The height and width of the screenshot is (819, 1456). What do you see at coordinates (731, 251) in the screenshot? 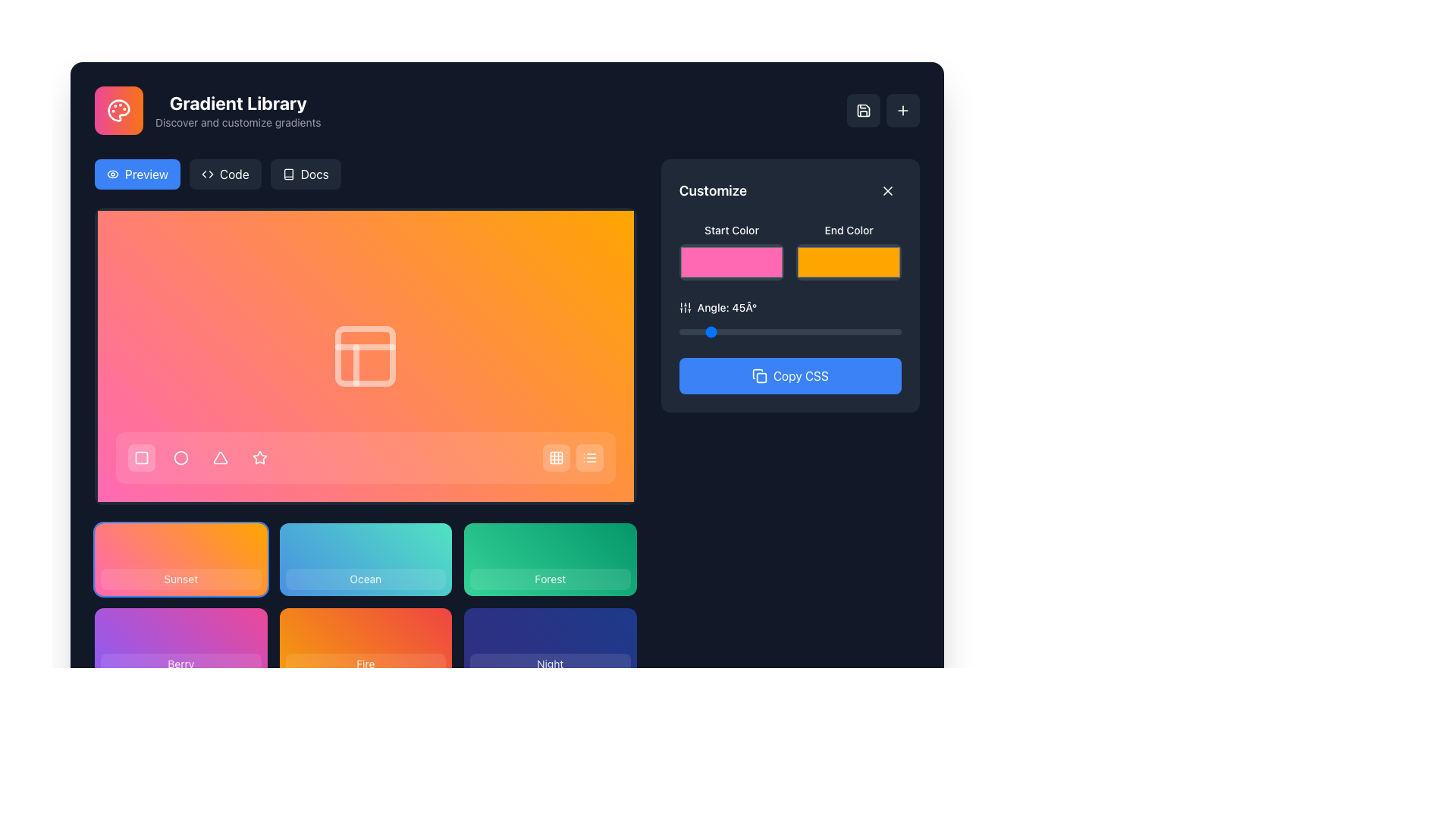
I see `the 'Start Color' input box, which is a rectangular color selection box filled with a pink background and labeled above` at bounding box center [731, 251].